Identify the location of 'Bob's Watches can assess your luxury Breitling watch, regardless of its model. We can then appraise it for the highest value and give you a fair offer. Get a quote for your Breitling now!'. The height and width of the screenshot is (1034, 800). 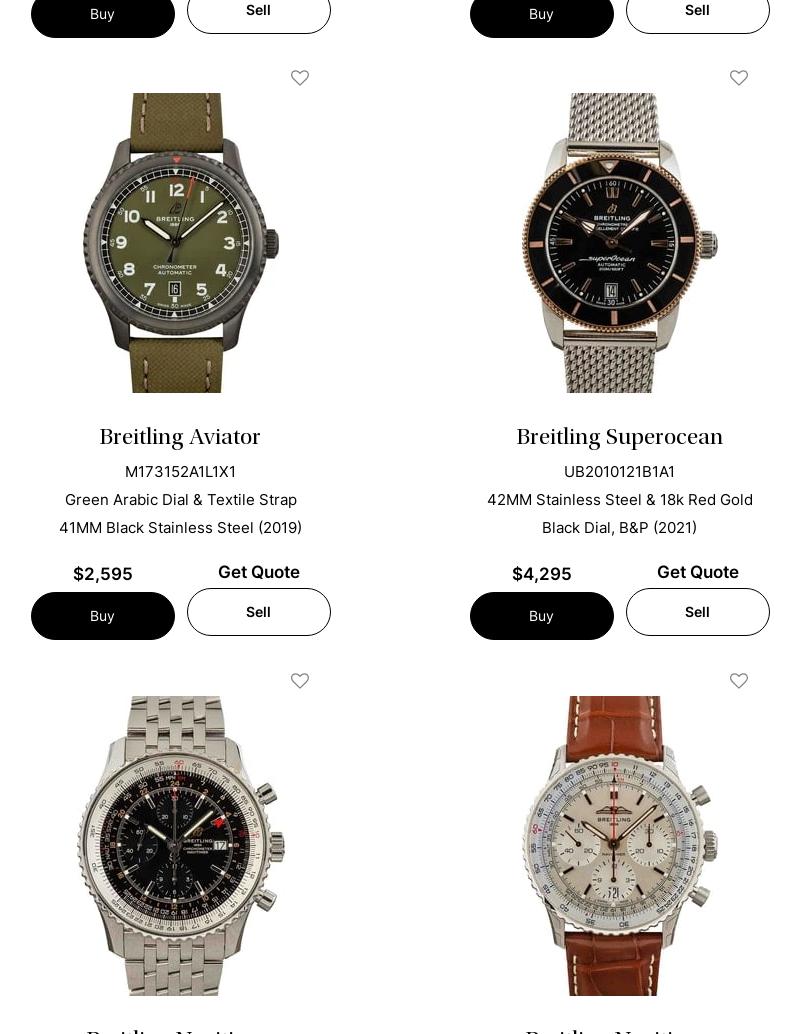
(398, 499).